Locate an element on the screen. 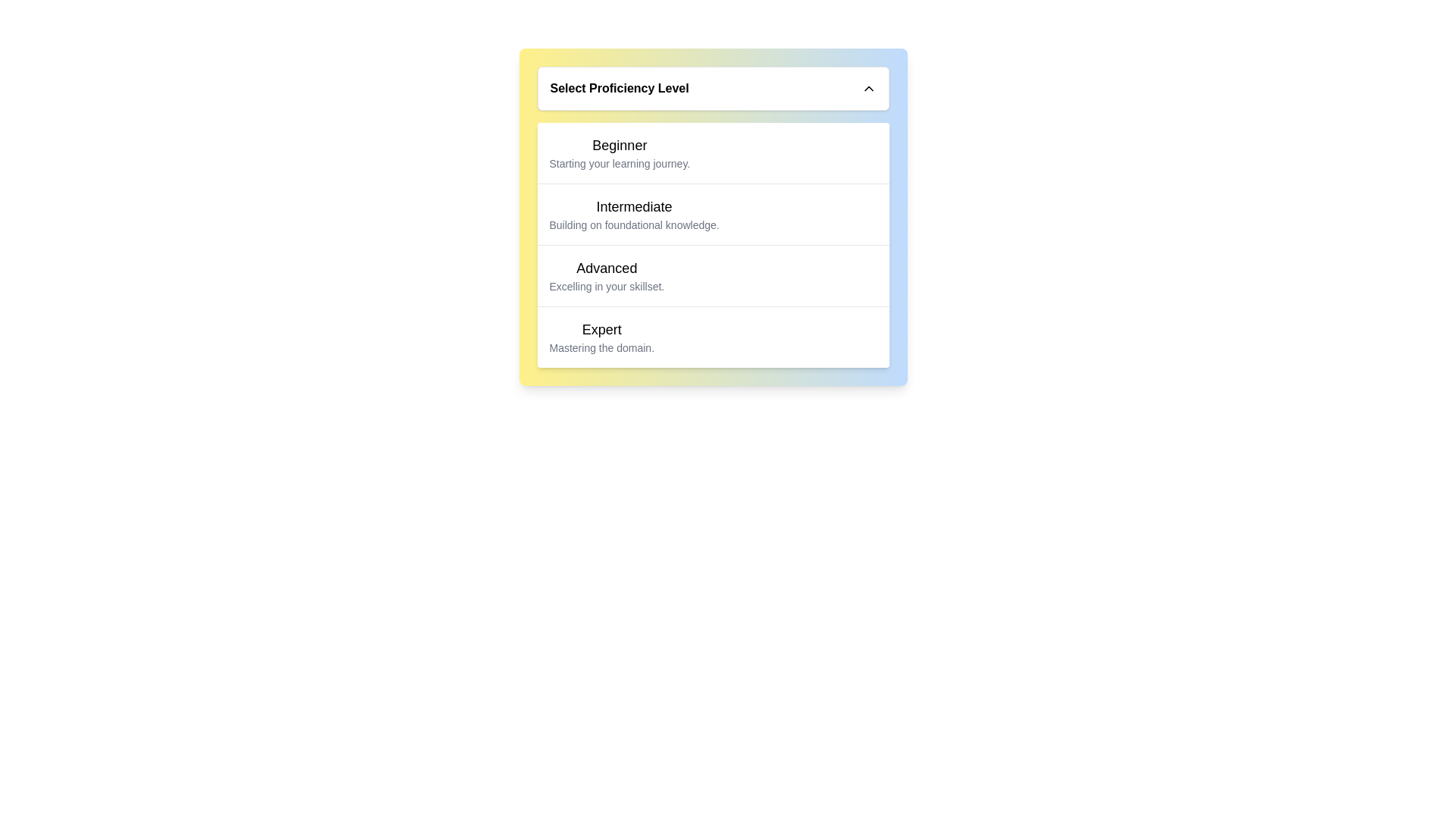 This screenshot has width=1456, height=819. the dropdown menu titled 'Select Proficiency Level', which features a gradient background and contains options including 'Intermediate' is located at coordinates (712, 217).